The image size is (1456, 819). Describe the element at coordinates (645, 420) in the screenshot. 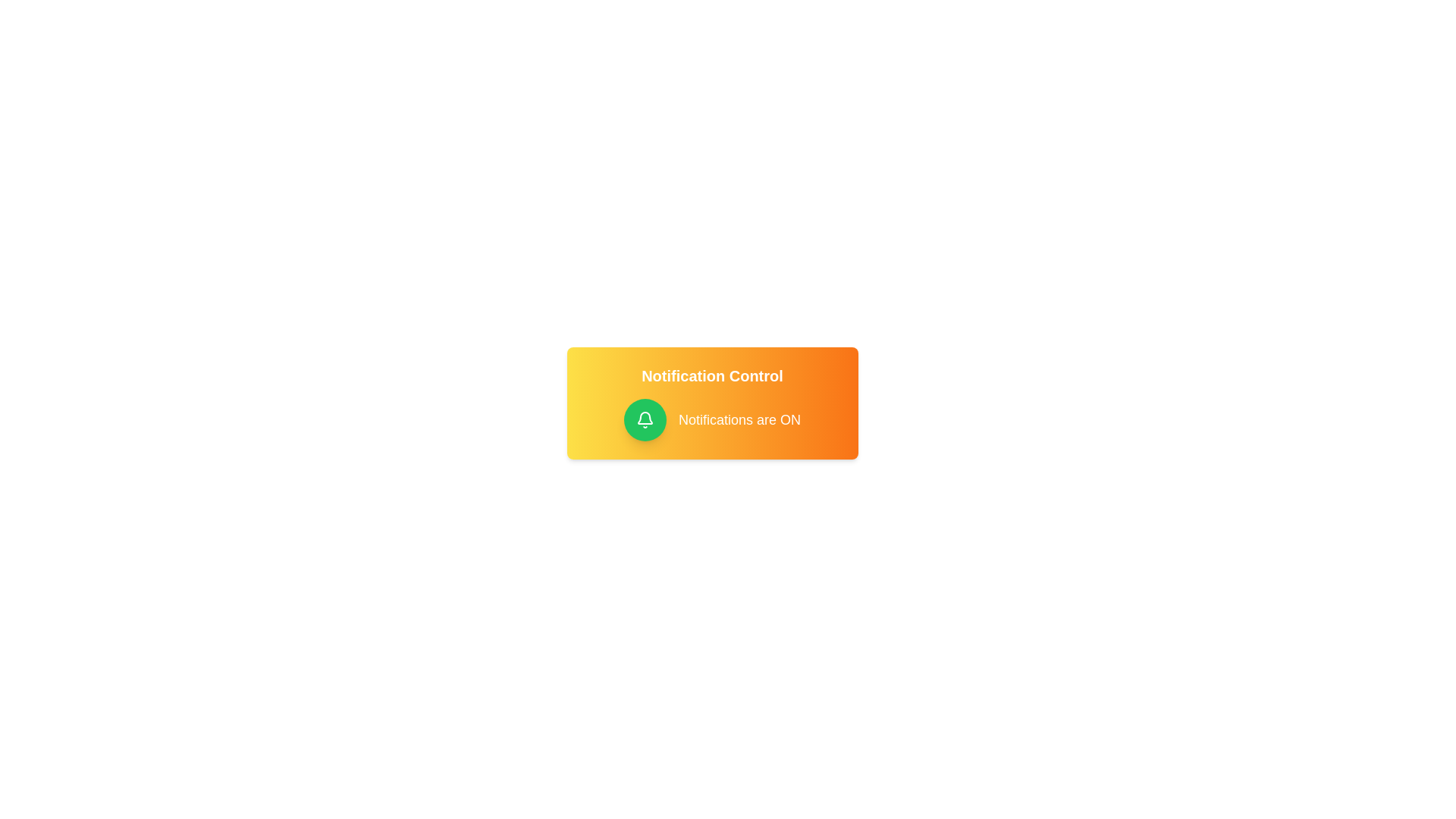

I see `the button to observe the hover effect` at that location.